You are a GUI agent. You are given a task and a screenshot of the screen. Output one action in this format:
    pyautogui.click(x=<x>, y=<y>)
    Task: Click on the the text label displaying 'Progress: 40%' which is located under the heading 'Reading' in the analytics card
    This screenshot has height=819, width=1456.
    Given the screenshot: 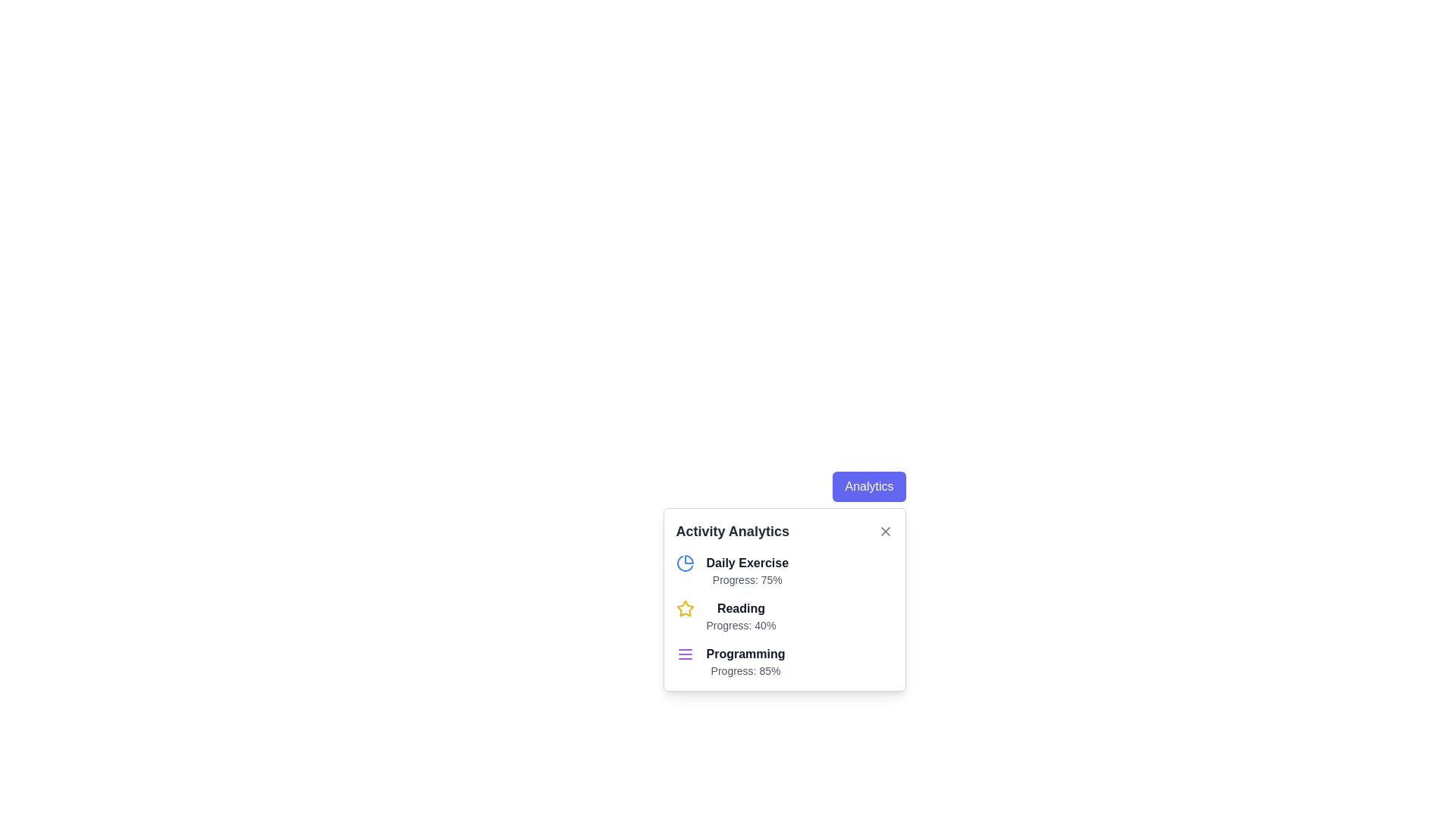 What is the action you would take?
    pyautogui.click(x=741, y=626)
    